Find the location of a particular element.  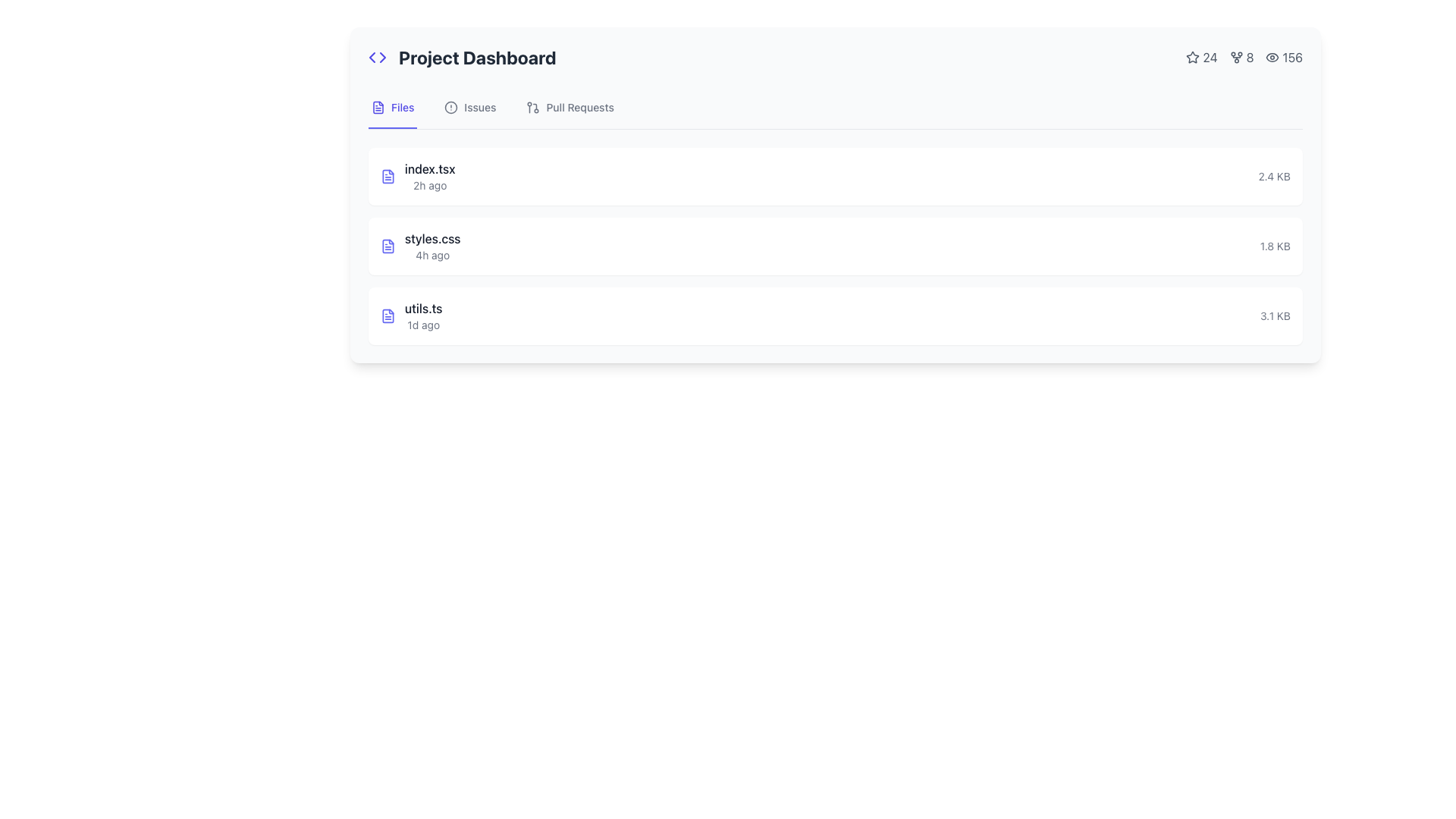

text of the 'Files' tab label, which is the currently active tab in the navigation interface is located at coordinates (403, 107).